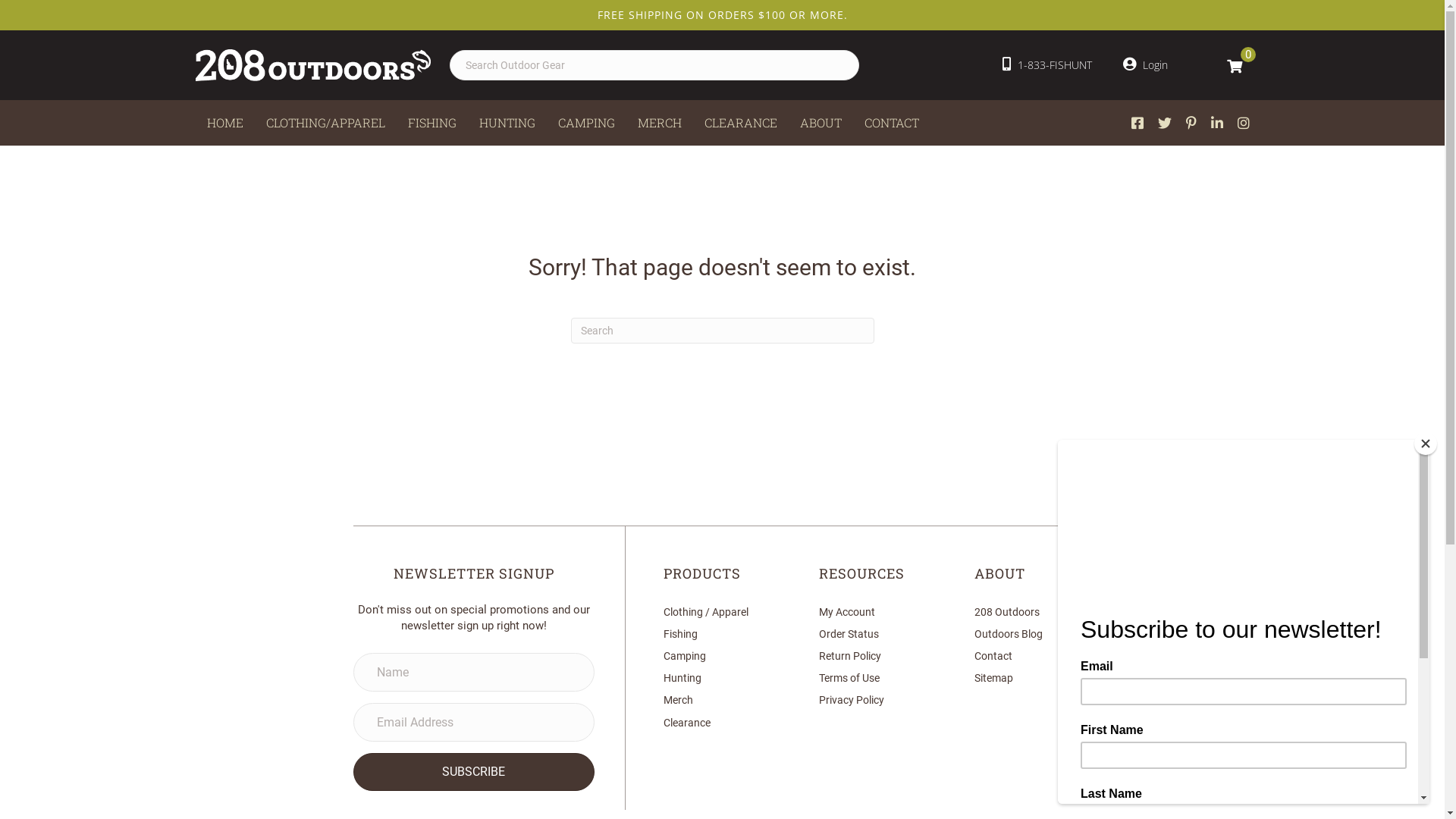  I want to click on 'Terms of Use', so click(818, 677).